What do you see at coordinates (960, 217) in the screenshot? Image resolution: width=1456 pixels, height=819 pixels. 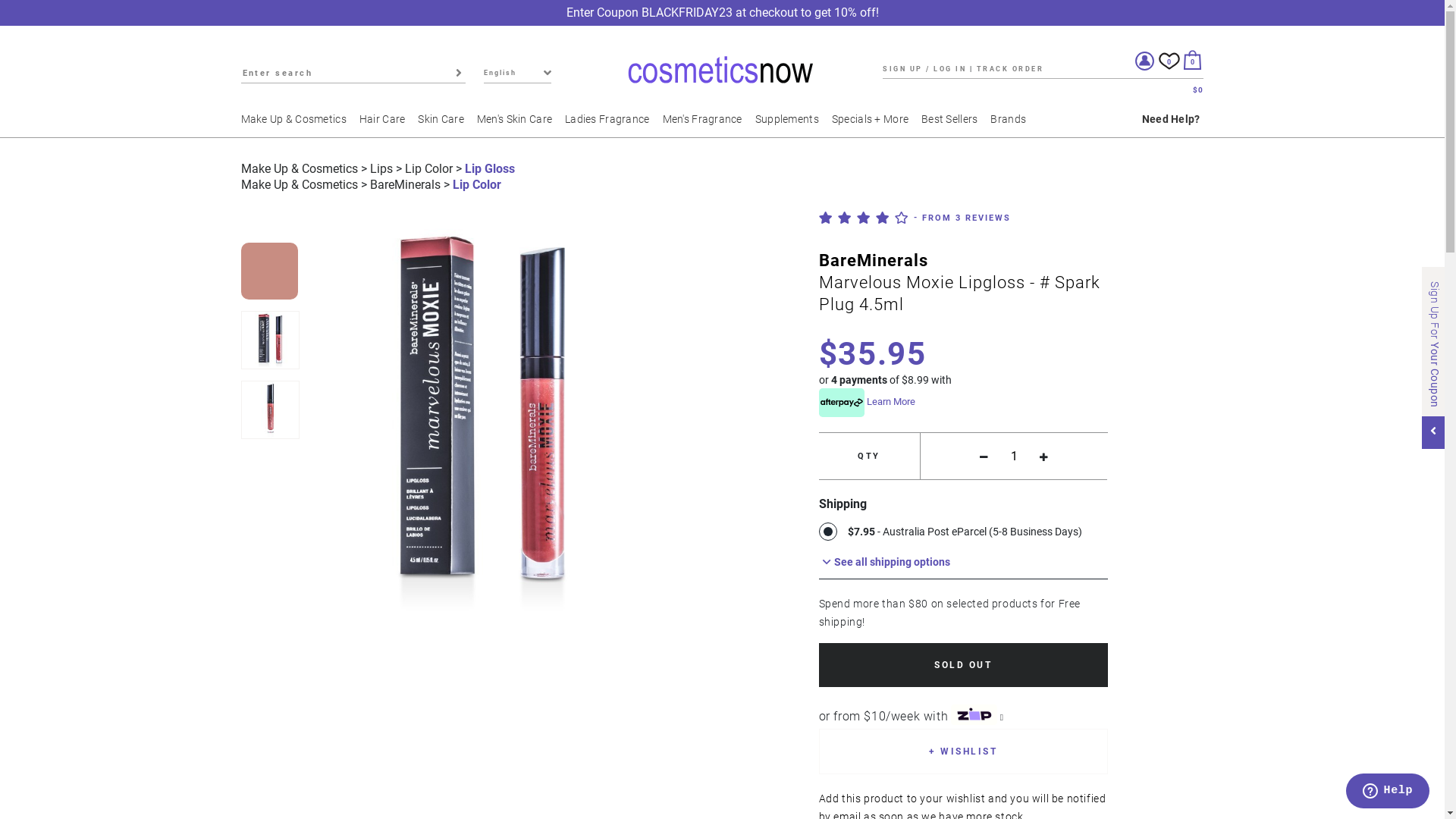 I see `'FROM 3 REVIEWS'` at bounding box center [960, 217].